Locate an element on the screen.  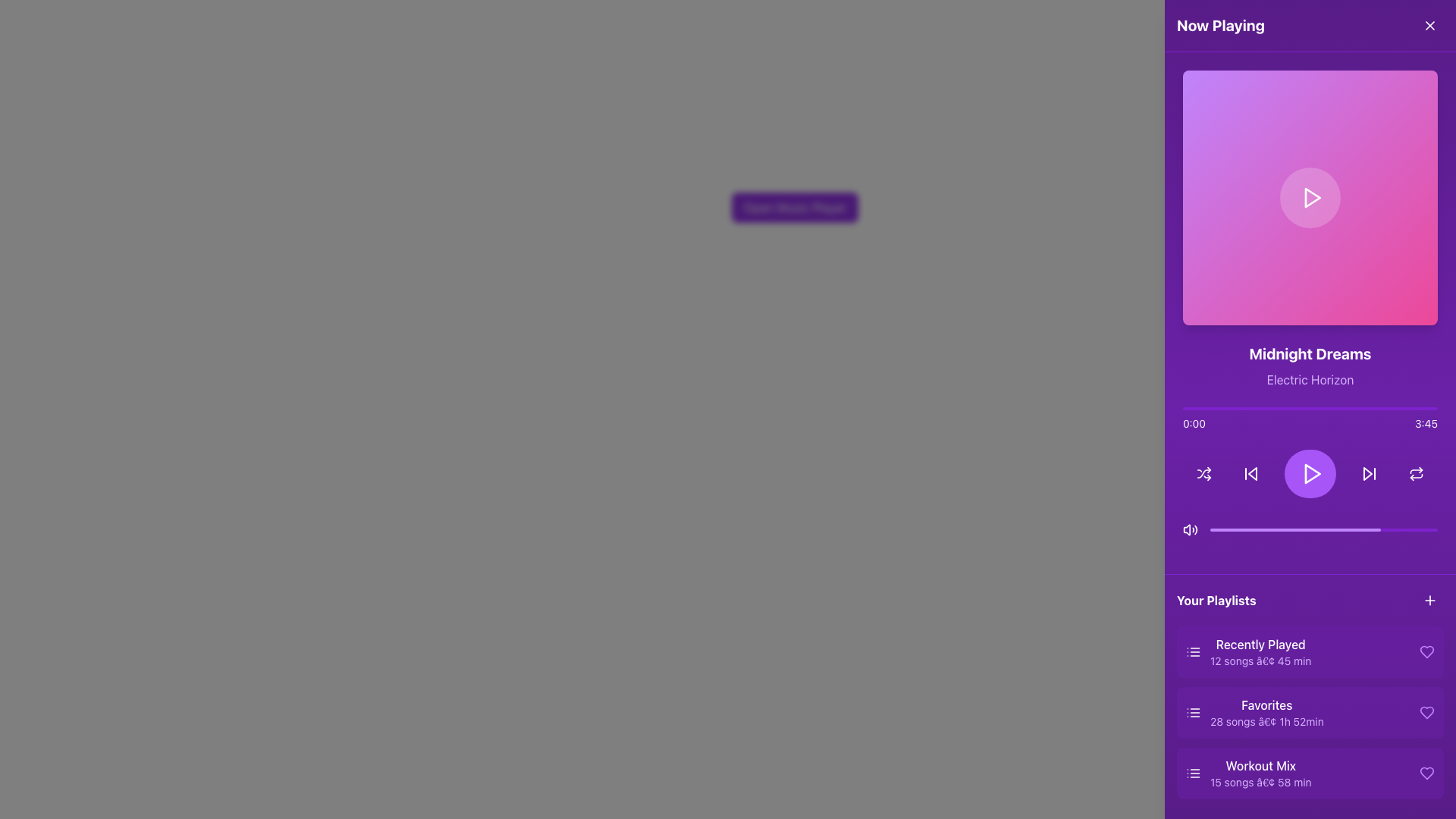
the text element that displays the number of songs and total duration in the 'Recently Played' section, located below the playlist title and above the heart icon is located at coordinates (1260, 660).